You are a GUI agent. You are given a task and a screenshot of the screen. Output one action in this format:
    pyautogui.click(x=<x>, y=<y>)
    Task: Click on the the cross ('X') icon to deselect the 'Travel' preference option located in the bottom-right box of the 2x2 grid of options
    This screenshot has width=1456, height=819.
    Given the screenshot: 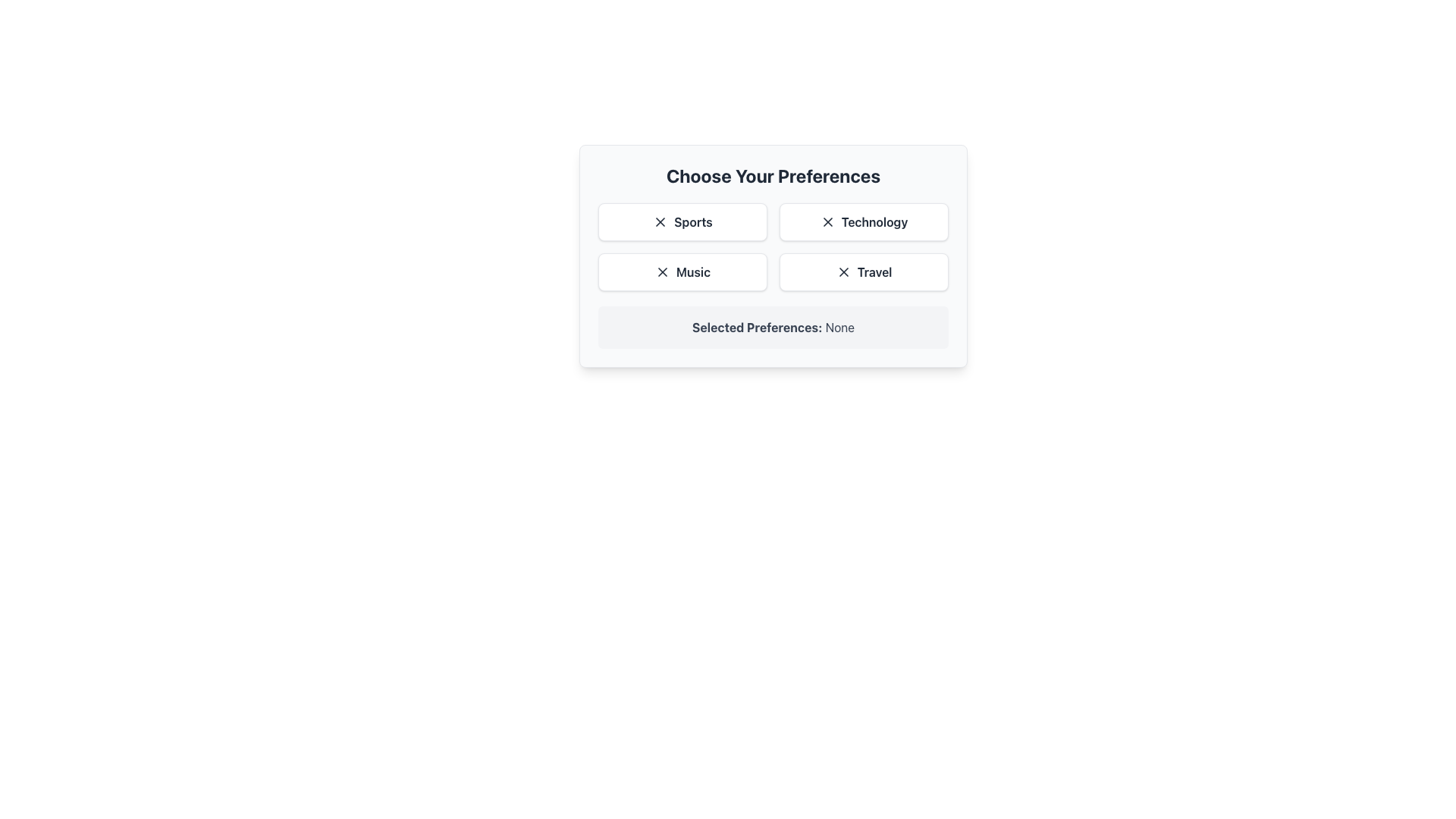 What is the action you would take?
    pyautogui.click(x=843, y=271)
    